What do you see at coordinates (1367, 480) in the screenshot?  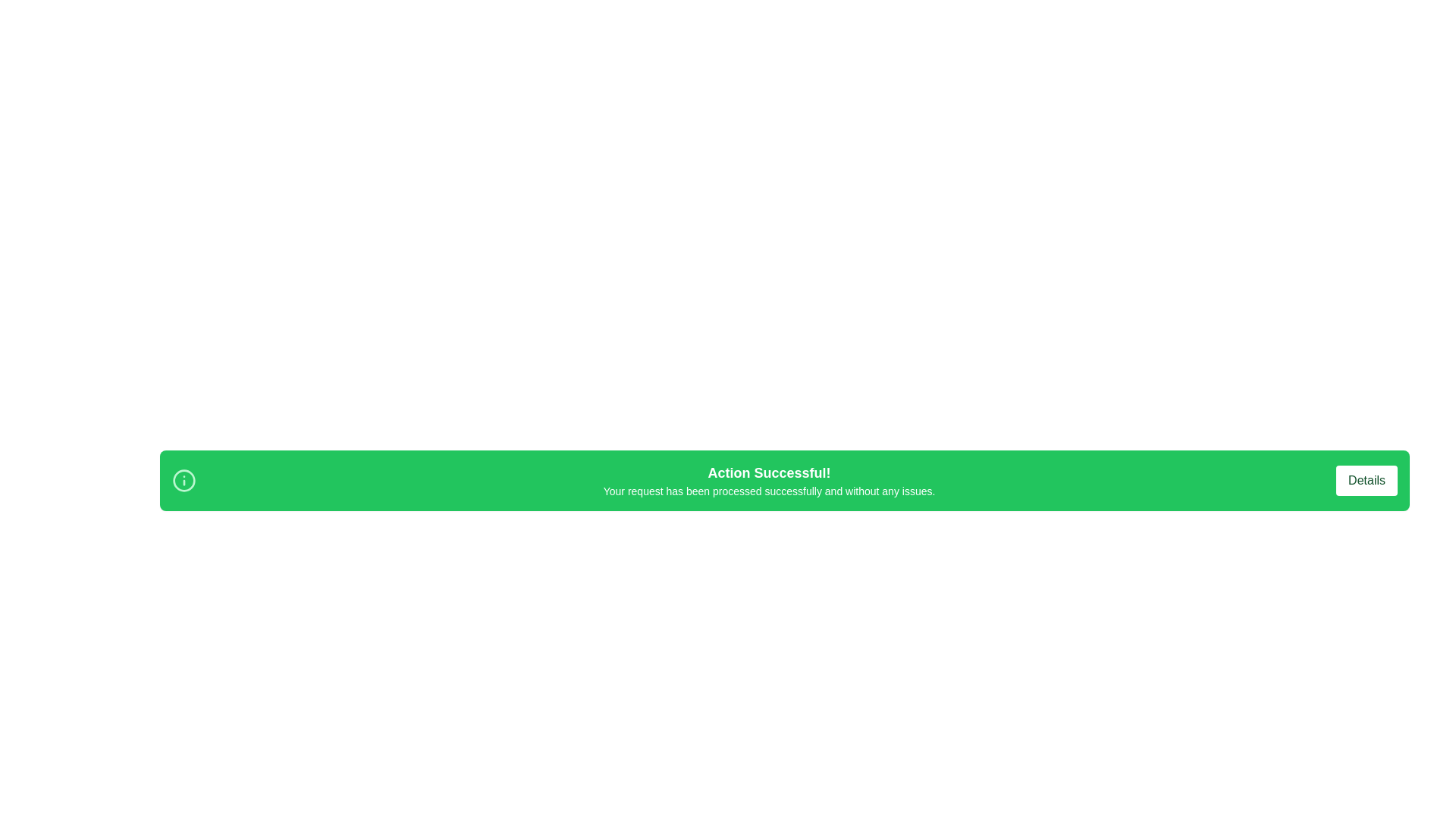 I see `the 'Details' button to view additional information` at bounding box center [1367, 480].